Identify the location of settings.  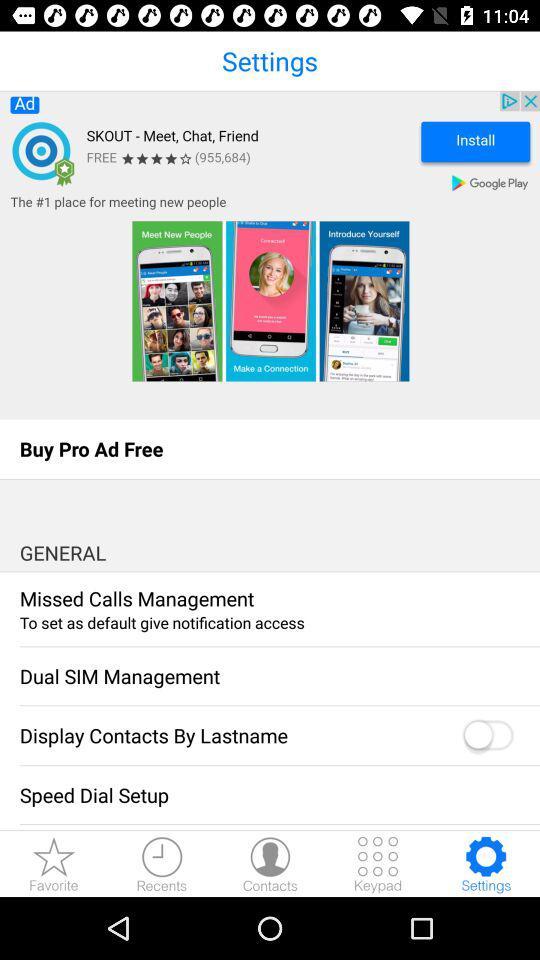
(485, 863).